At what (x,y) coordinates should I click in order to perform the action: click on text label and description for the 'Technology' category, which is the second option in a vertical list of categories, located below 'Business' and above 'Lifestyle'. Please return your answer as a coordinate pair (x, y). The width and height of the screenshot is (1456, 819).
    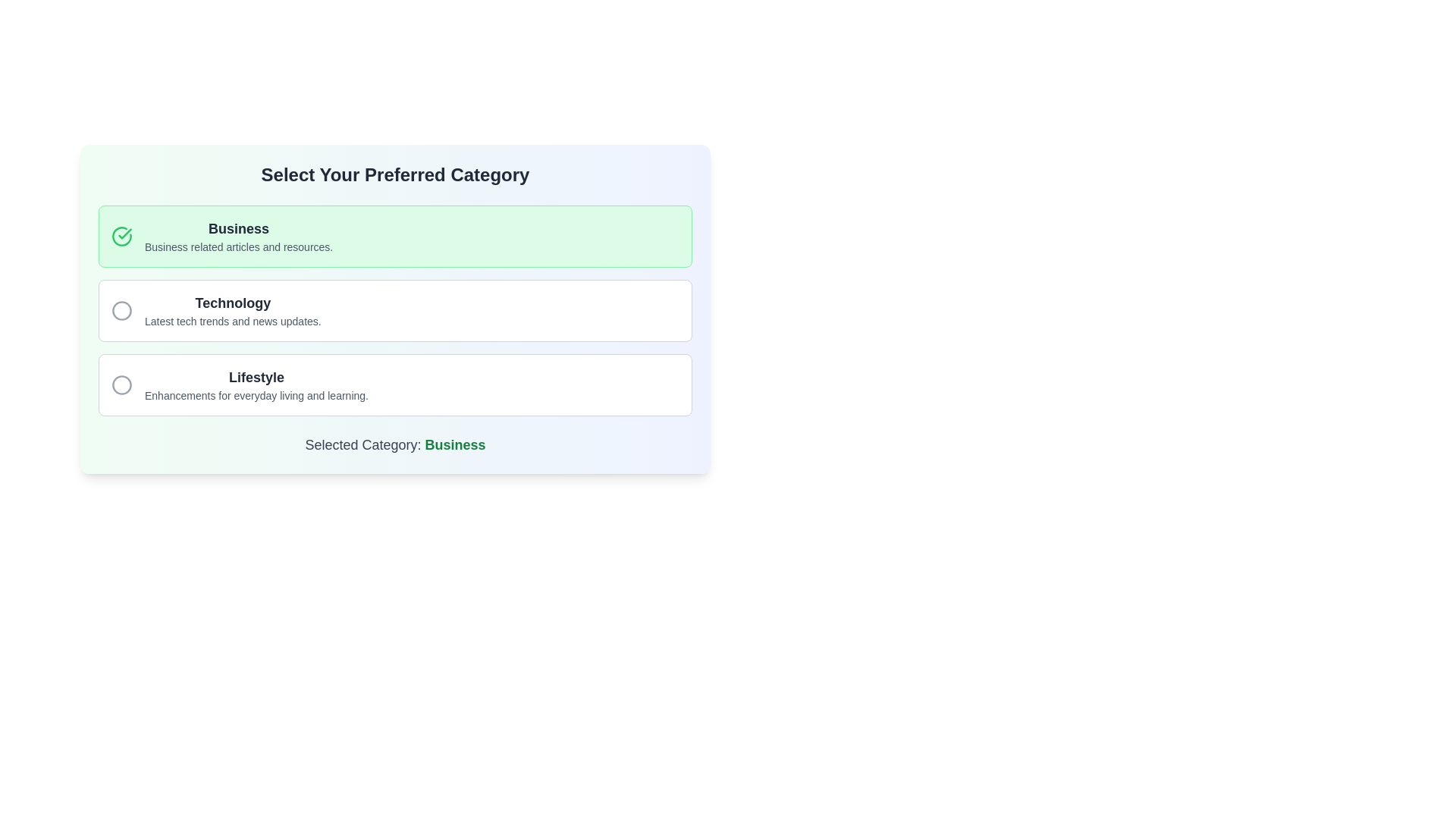
    Looking at the image, I should click on (232, 309).